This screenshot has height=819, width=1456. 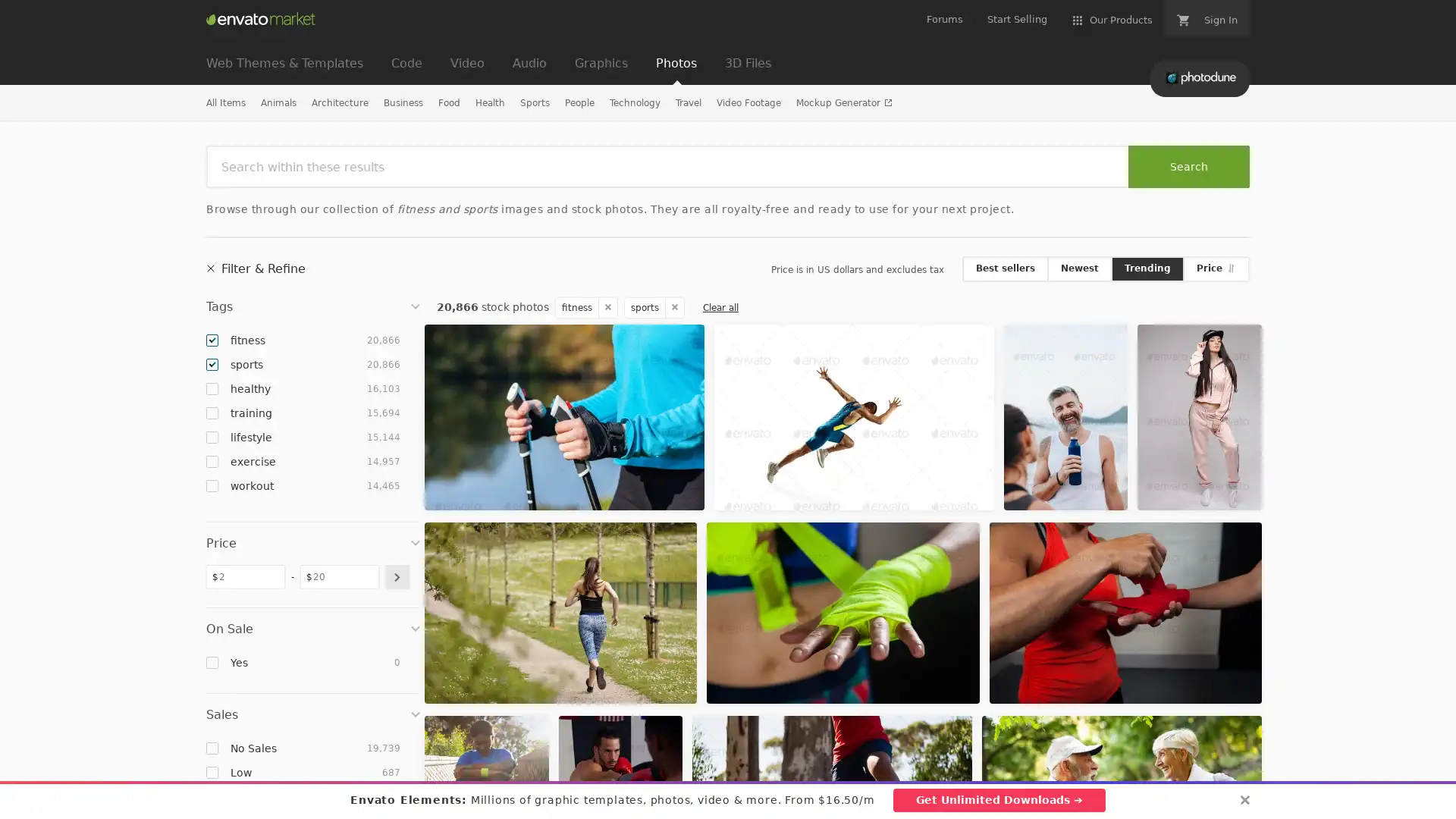 I want to click on Add to Favorites, so click(x=662, y=734).